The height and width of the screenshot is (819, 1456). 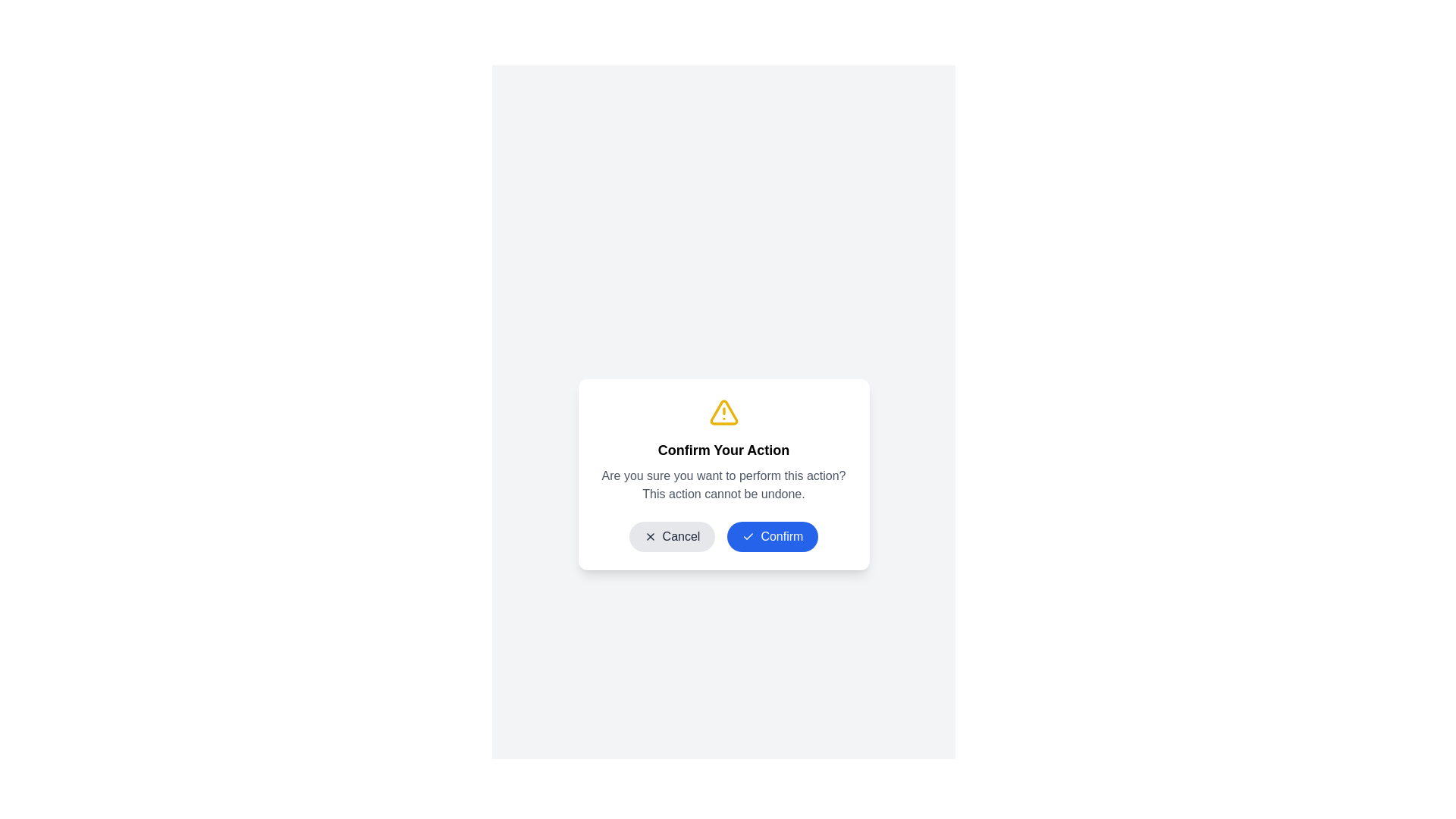 What do you see at coordinates (723, 412) in the screenshot?
I see `the triangular alert icon with orange borders and a yellow interior located above the 'Confirm Your Action' text to possibly reveal a tooltip` at bounding box center [723, 412].